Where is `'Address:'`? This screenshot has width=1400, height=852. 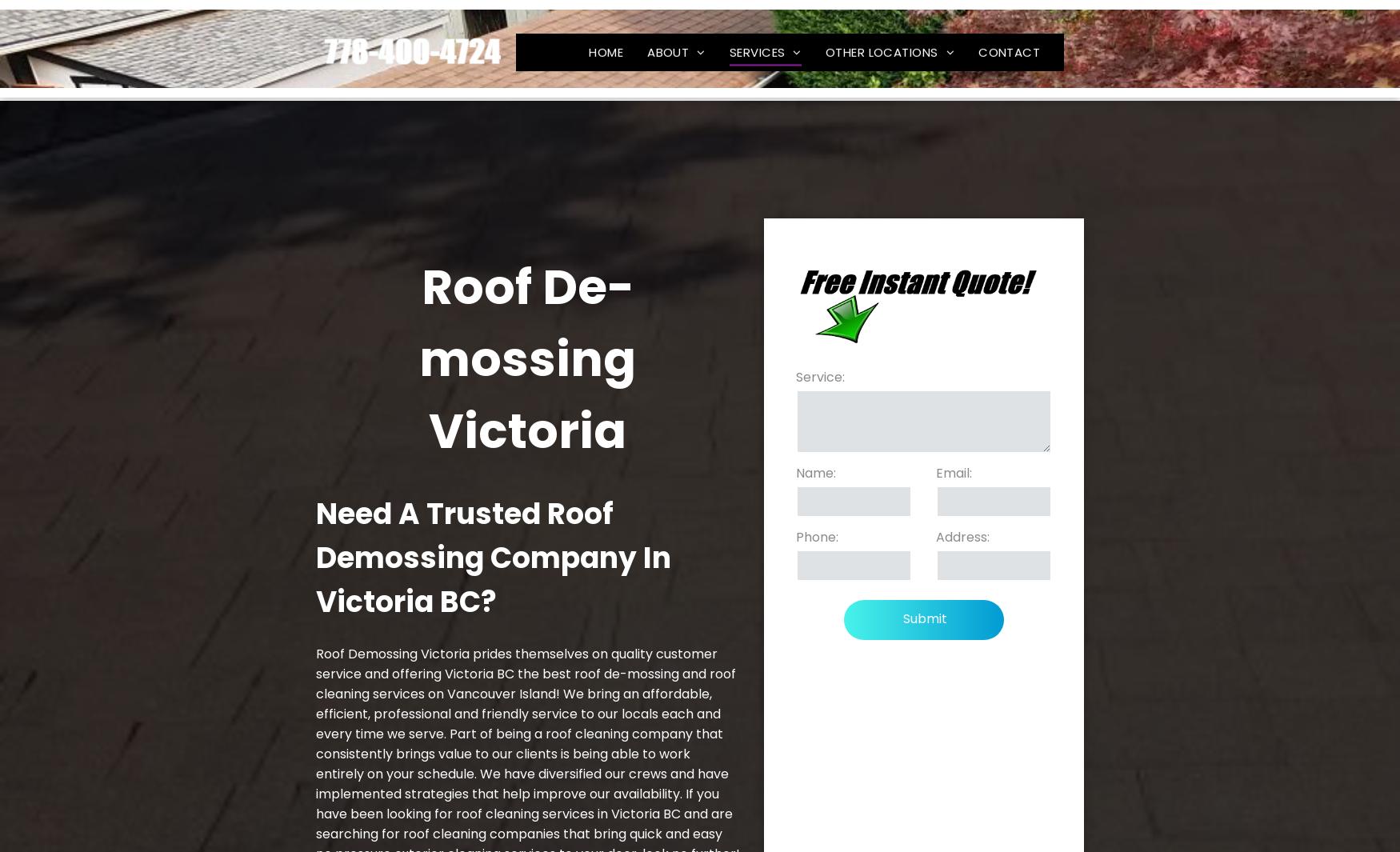 'Address:' is located at coordinates (962, 536).